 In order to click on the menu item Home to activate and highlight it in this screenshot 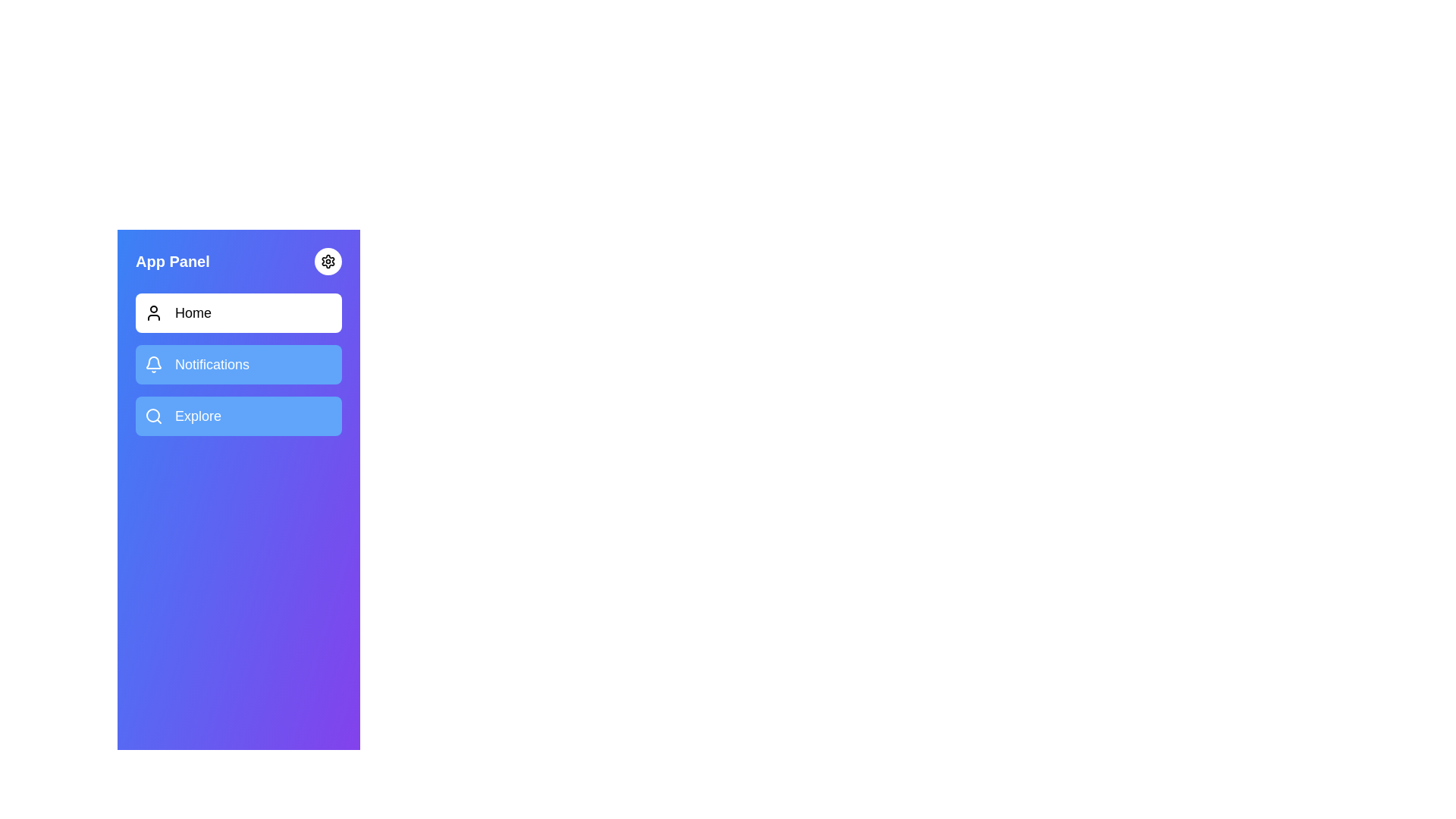, I will do `click(238, 312)`.